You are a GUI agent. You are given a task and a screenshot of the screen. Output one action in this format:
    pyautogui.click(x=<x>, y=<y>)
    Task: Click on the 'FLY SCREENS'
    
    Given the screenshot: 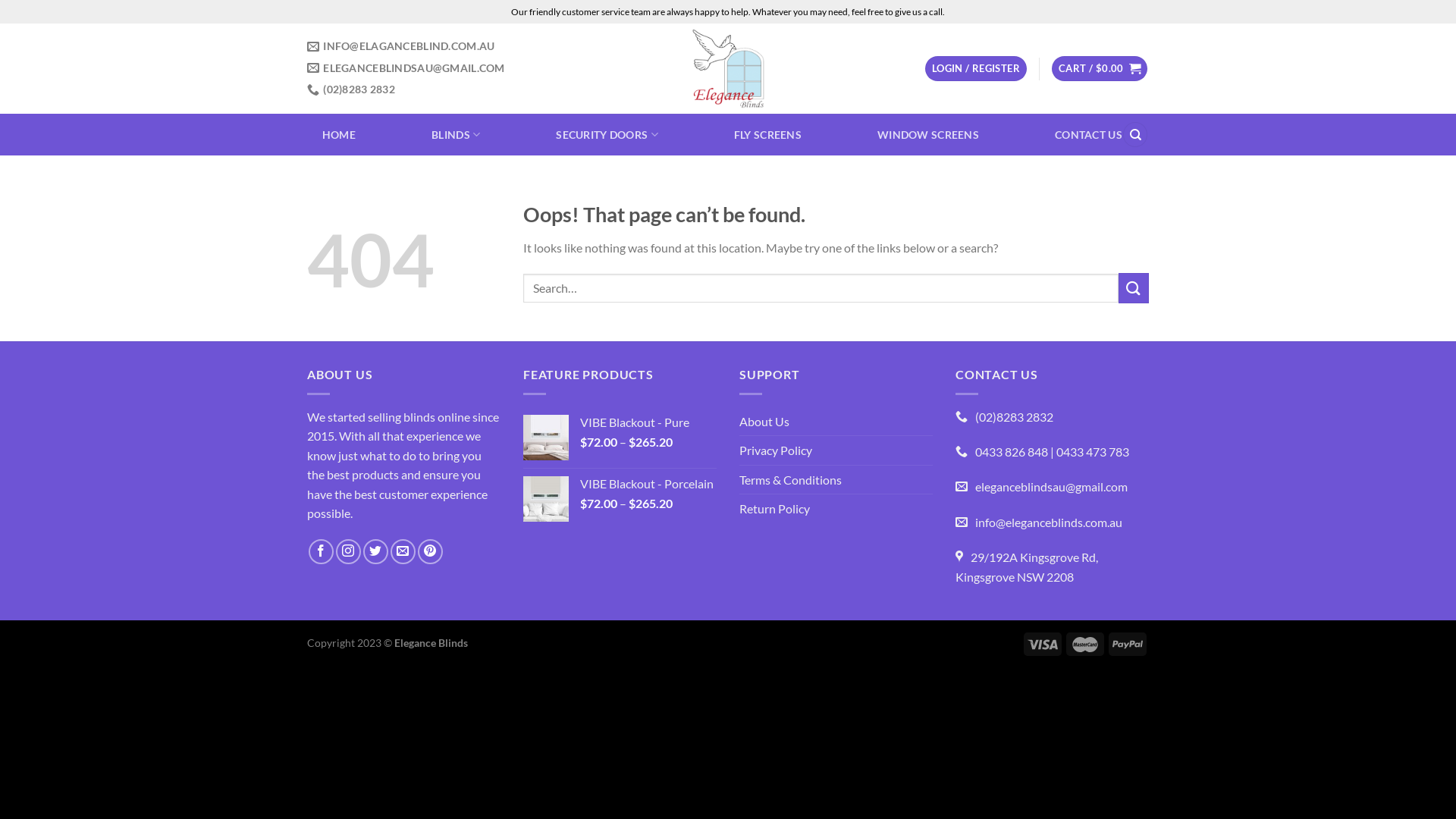 What is the action you would take?
    pyautogui.click(x=734, y=133)
    